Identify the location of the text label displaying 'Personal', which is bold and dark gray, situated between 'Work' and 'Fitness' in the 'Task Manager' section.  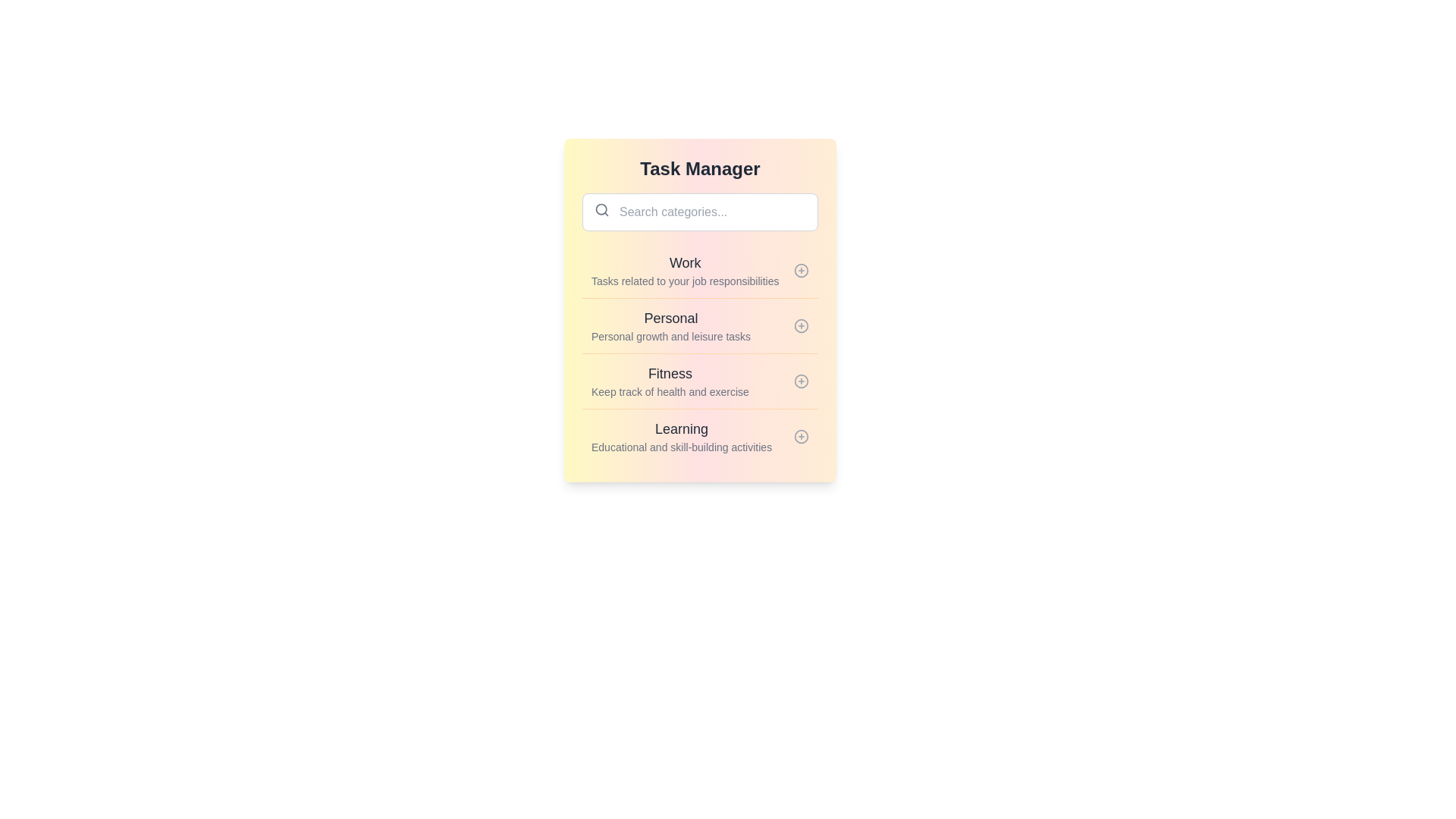
(670, 318).